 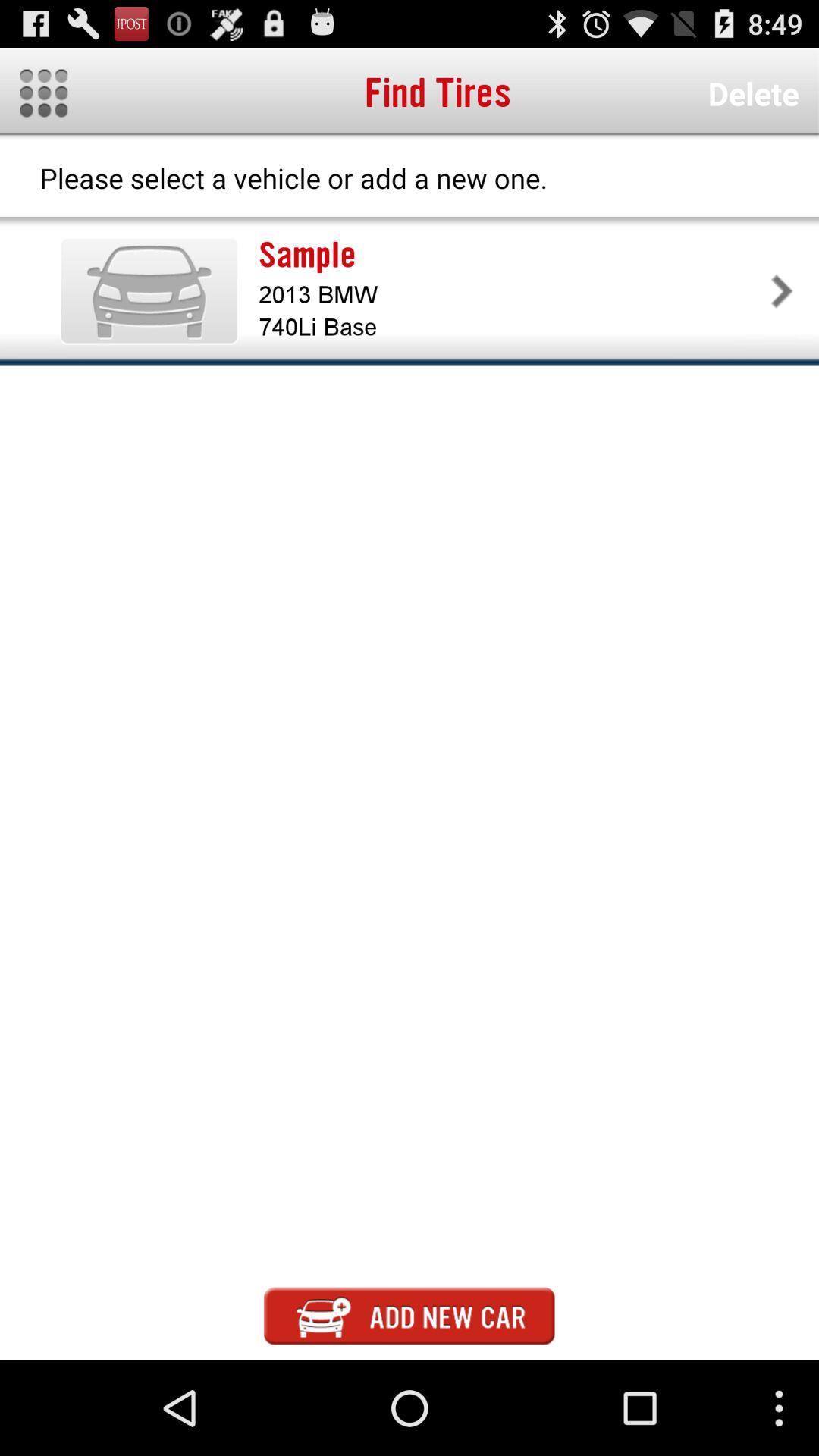 I want to click on another vehicle, so click(x=409, y=1315).